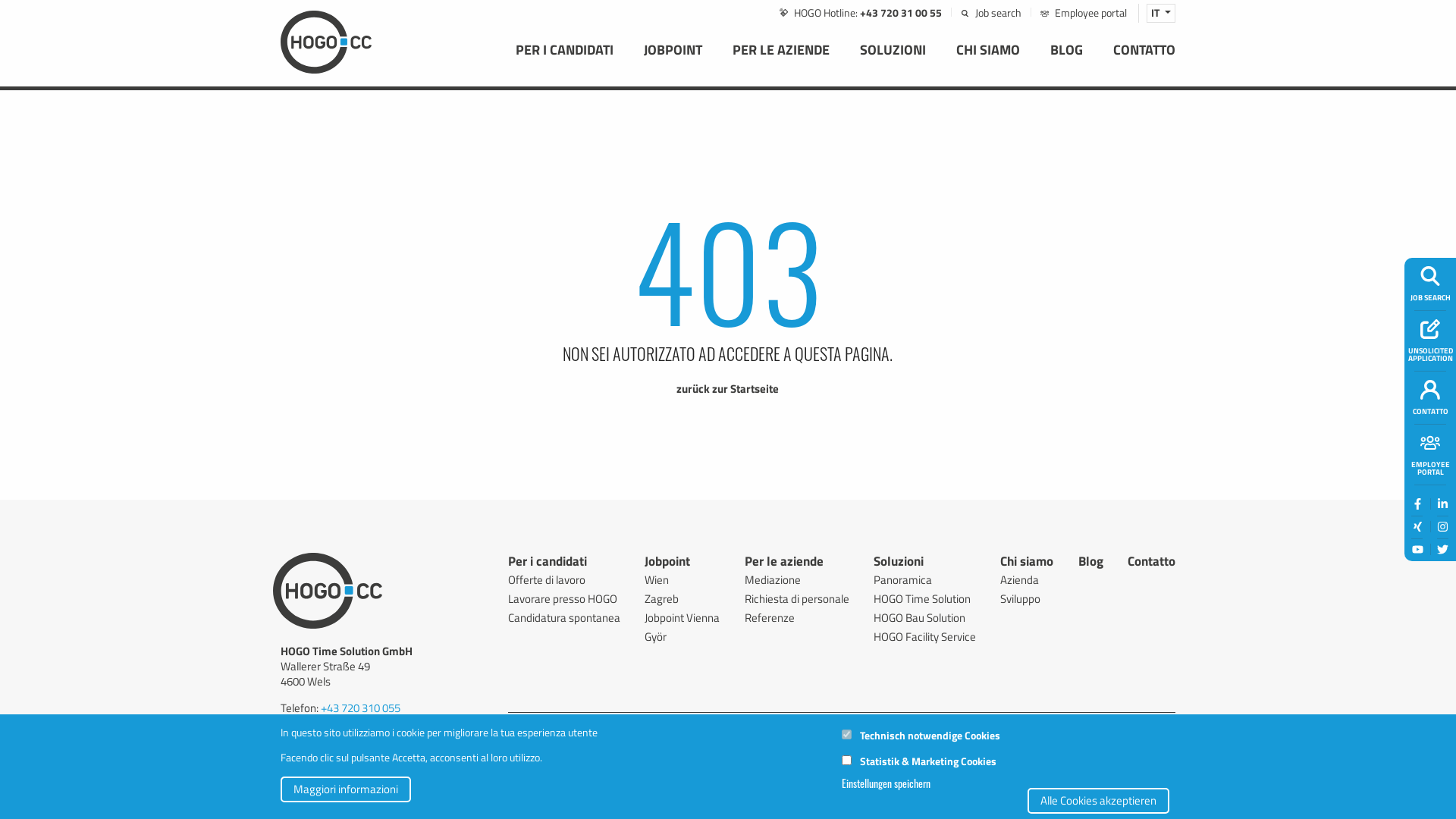  I want to click on 'Richiesta di personale', so click(745, 598).